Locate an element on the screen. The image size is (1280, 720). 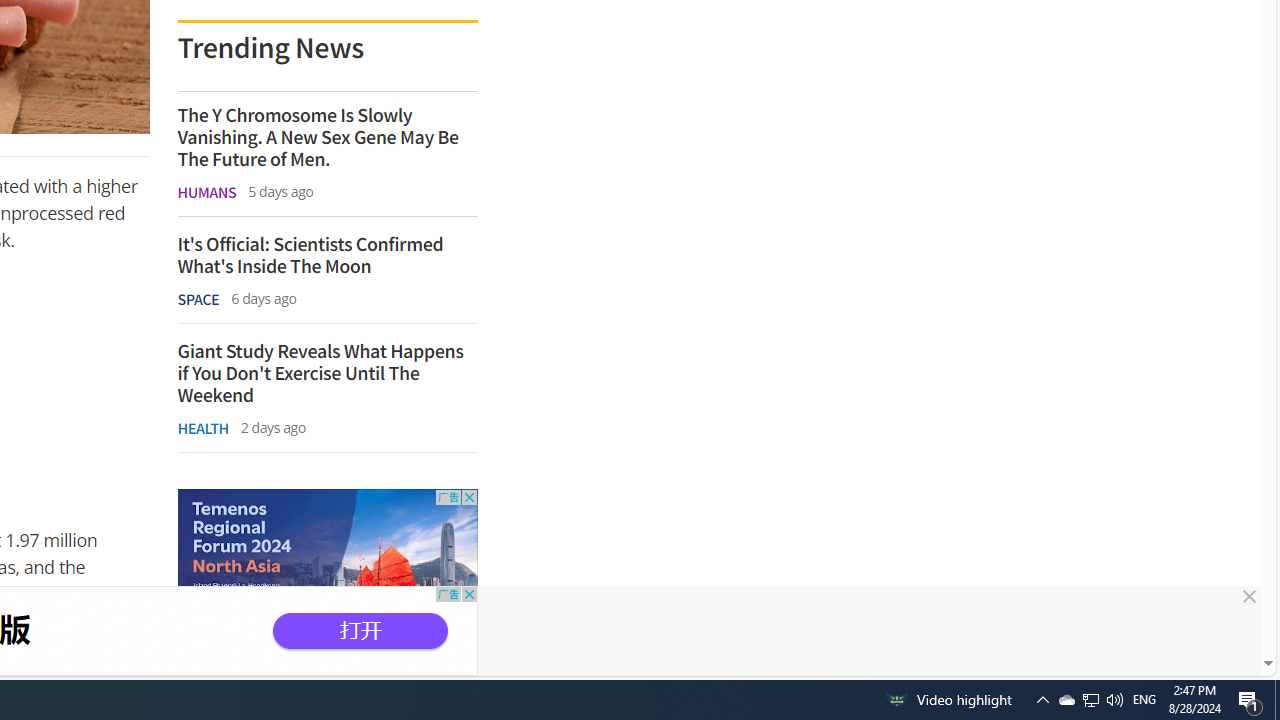
'It' is located at coordinates (327, 254).